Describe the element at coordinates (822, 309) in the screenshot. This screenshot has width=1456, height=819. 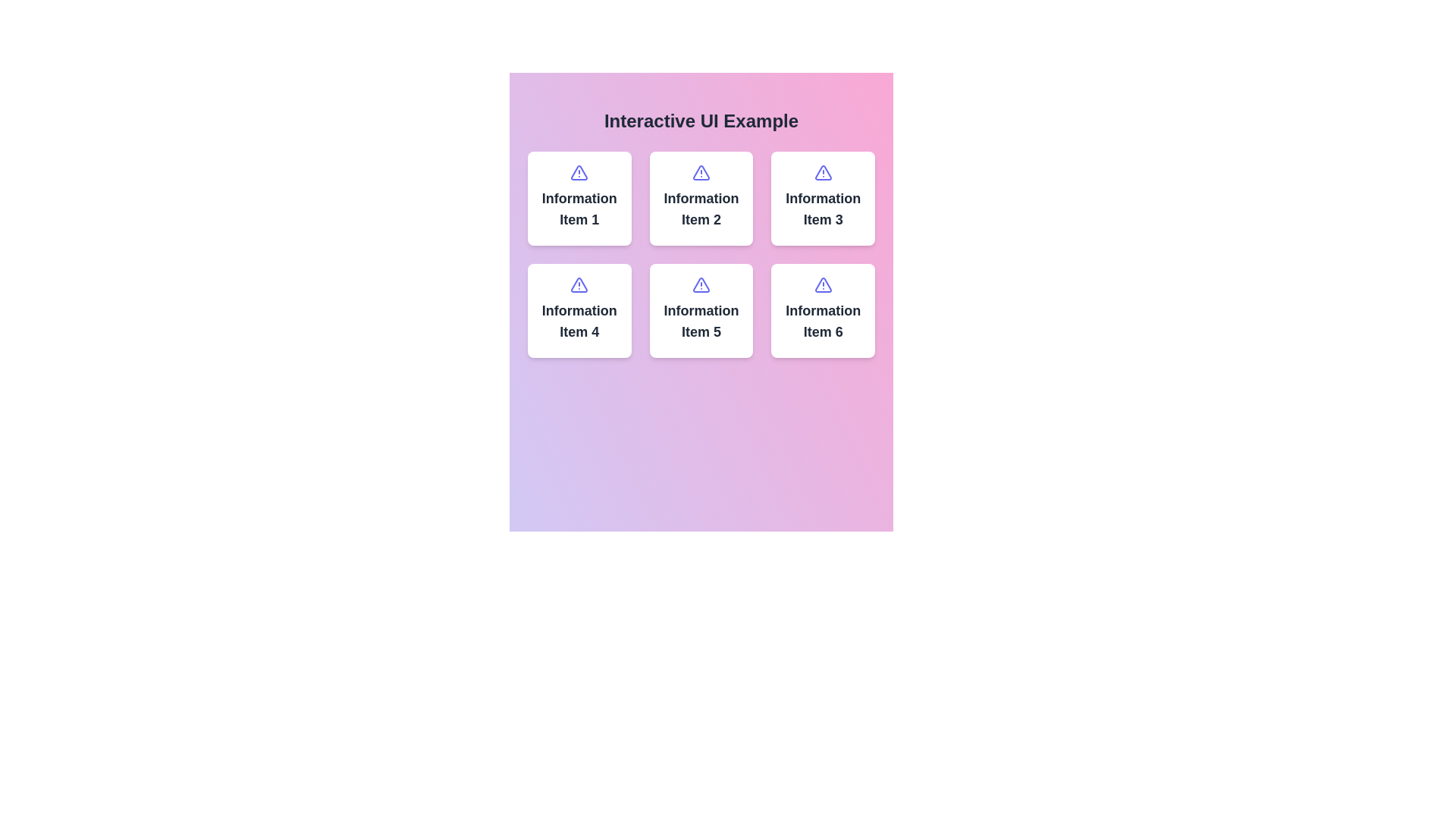
I see `the information card labeled 'Information Item 6', located in the bottom-right corner of the grid layout` at that location.